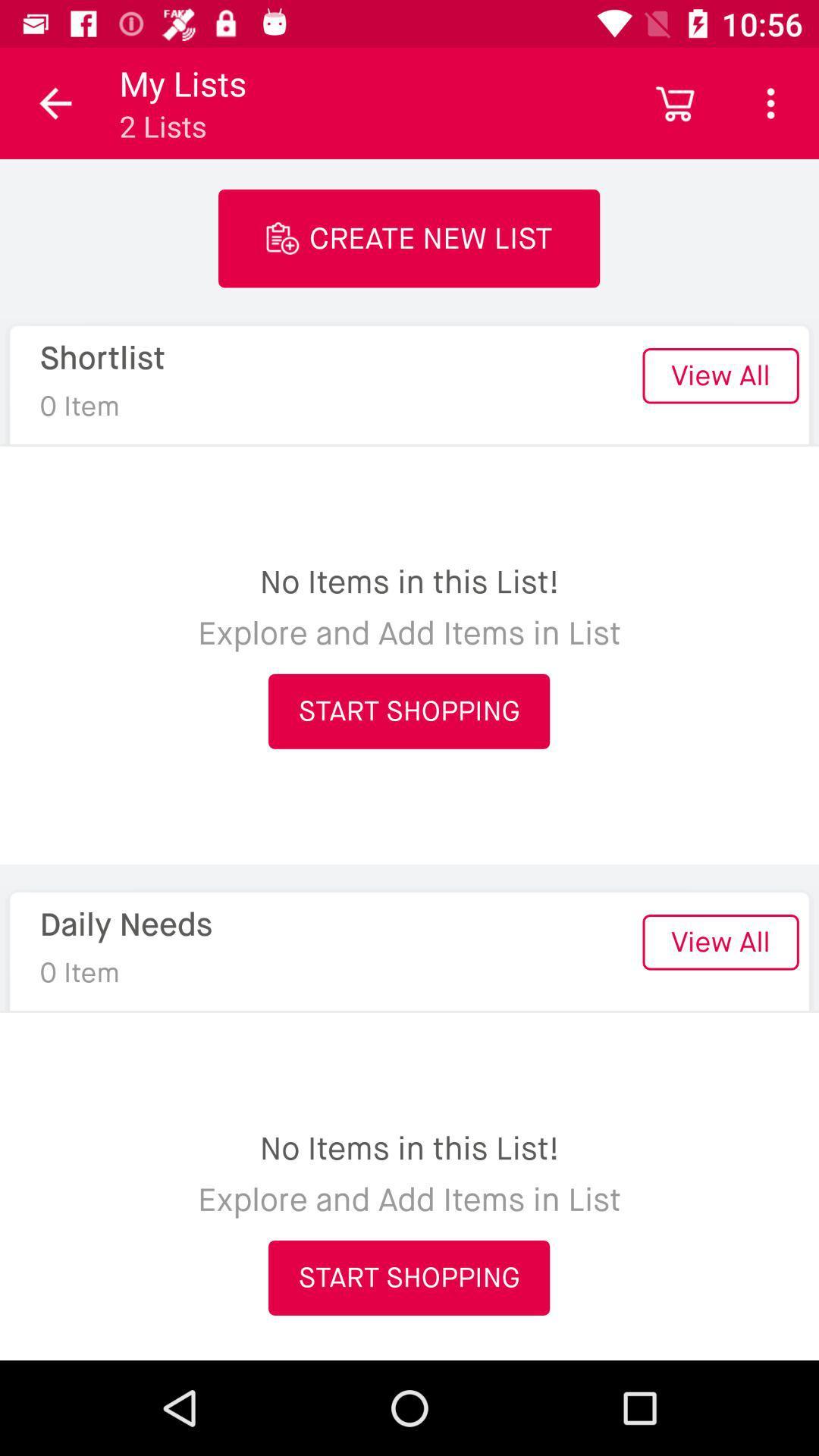  I want to click on the icon below my lists, so click(408, 237).